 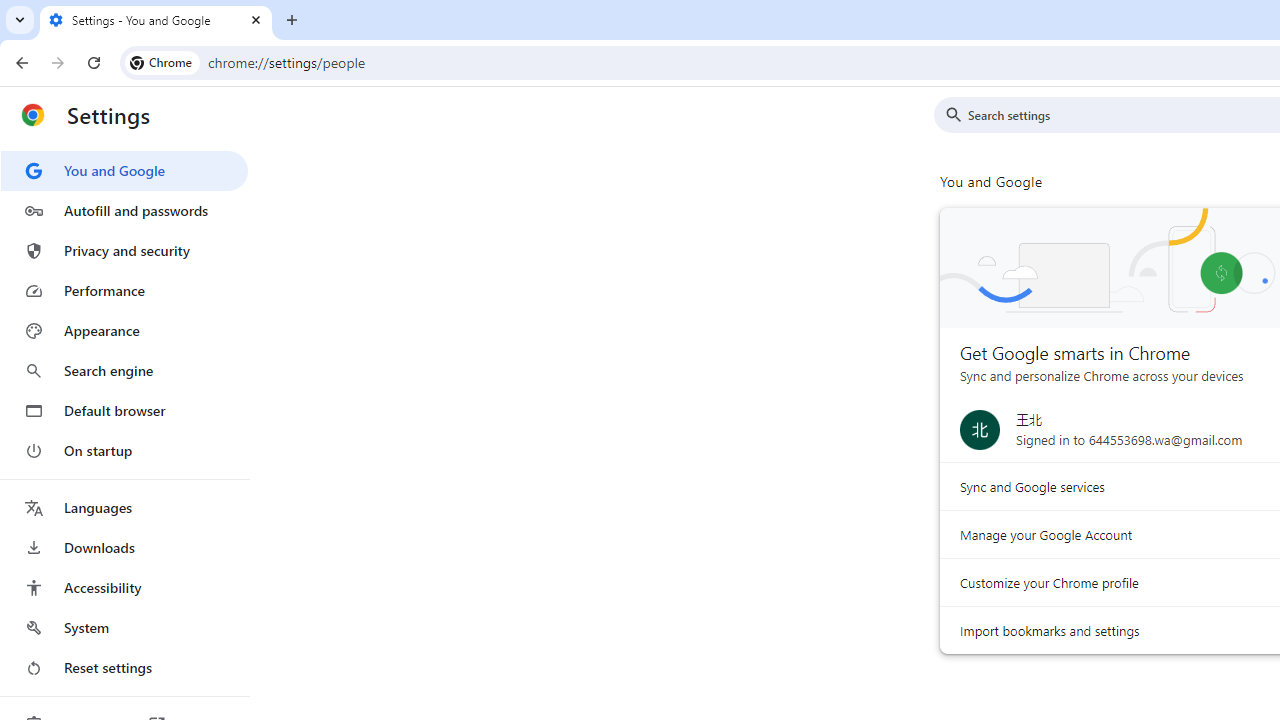 What do you see at coordinates (155, 20) in the screenshot?
I see `'Settings - You and Google'` at bounding box center [155, 20].